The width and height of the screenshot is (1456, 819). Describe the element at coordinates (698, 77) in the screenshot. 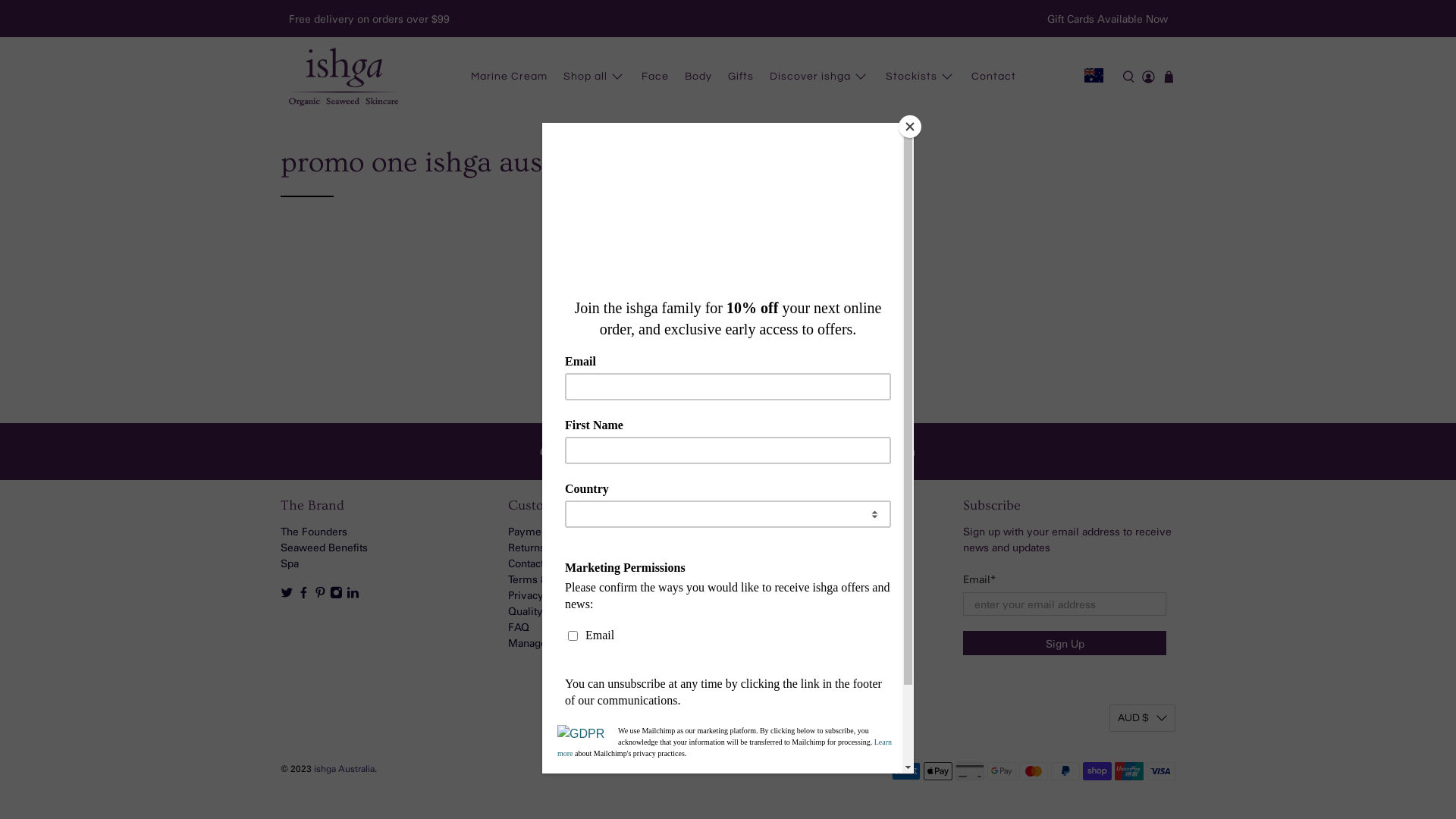

I see `'Body'` at that location.